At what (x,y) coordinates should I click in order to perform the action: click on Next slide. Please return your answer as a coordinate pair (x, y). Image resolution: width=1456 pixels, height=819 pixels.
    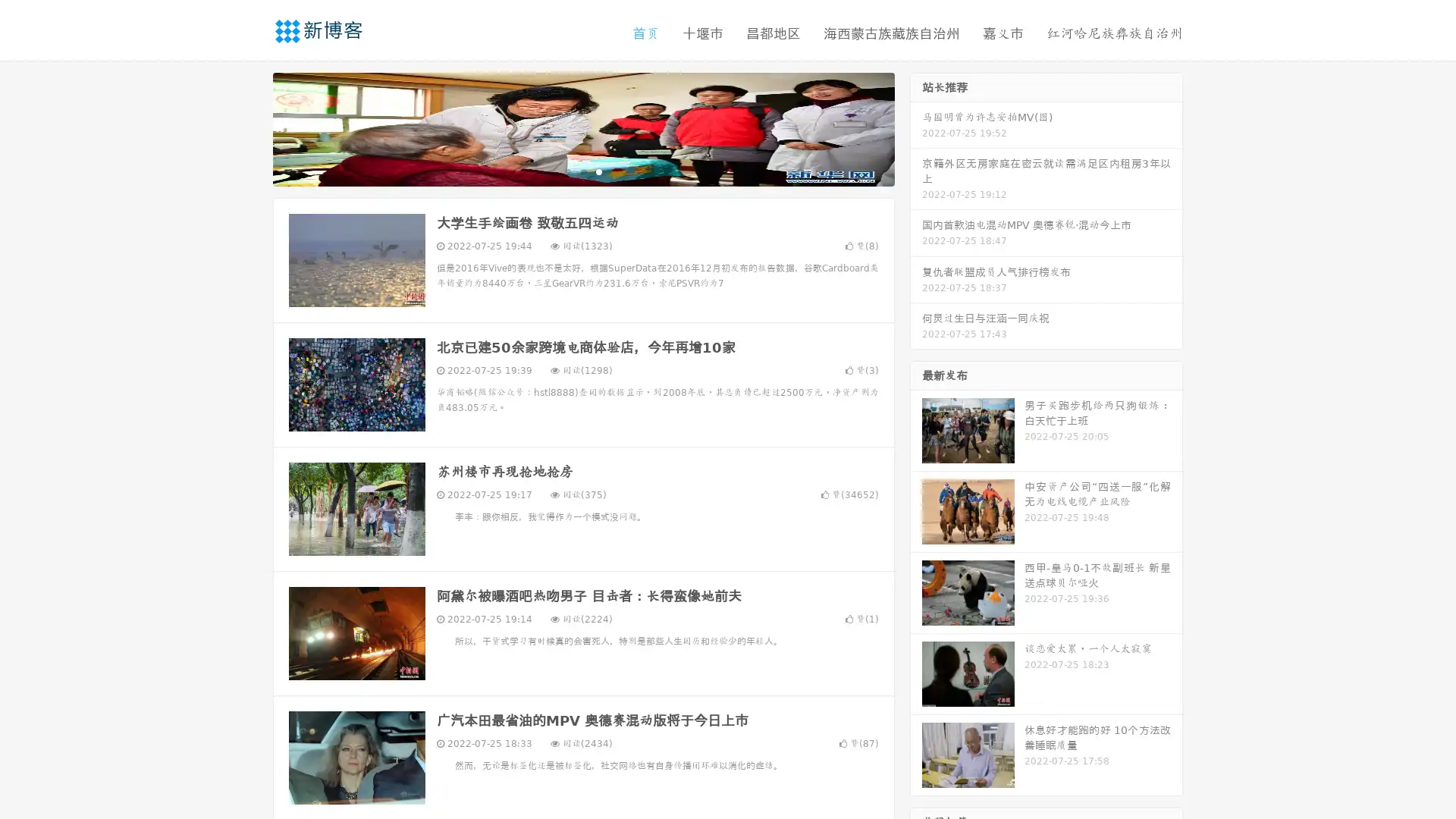
    Looking at the image, I should click on (916, 127).